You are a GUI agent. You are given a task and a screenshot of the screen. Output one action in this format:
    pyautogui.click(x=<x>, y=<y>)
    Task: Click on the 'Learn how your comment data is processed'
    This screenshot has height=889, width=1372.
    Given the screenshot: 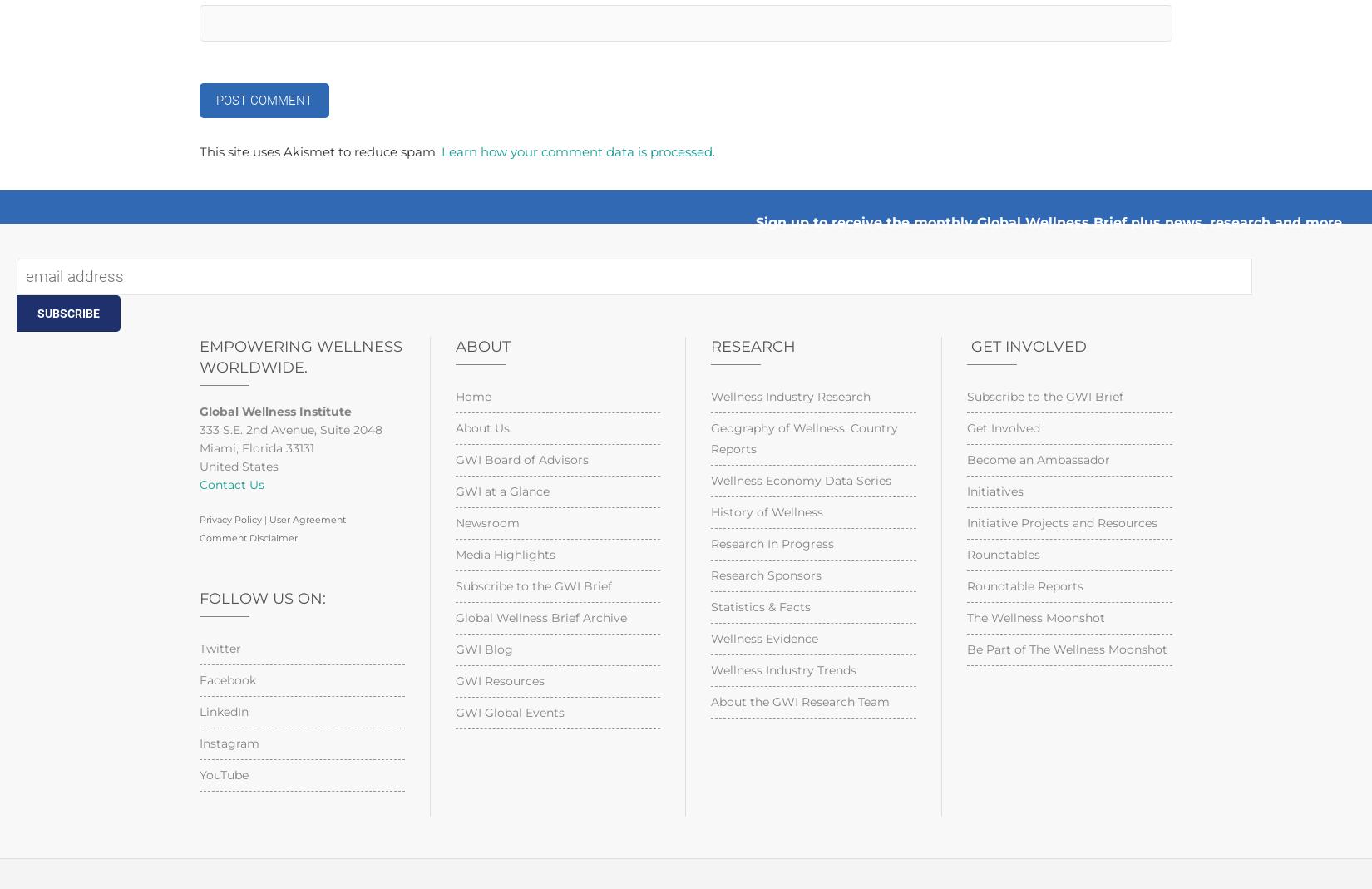 What is the action you would take?
    pyautogui.click(x=440, y=151)
    